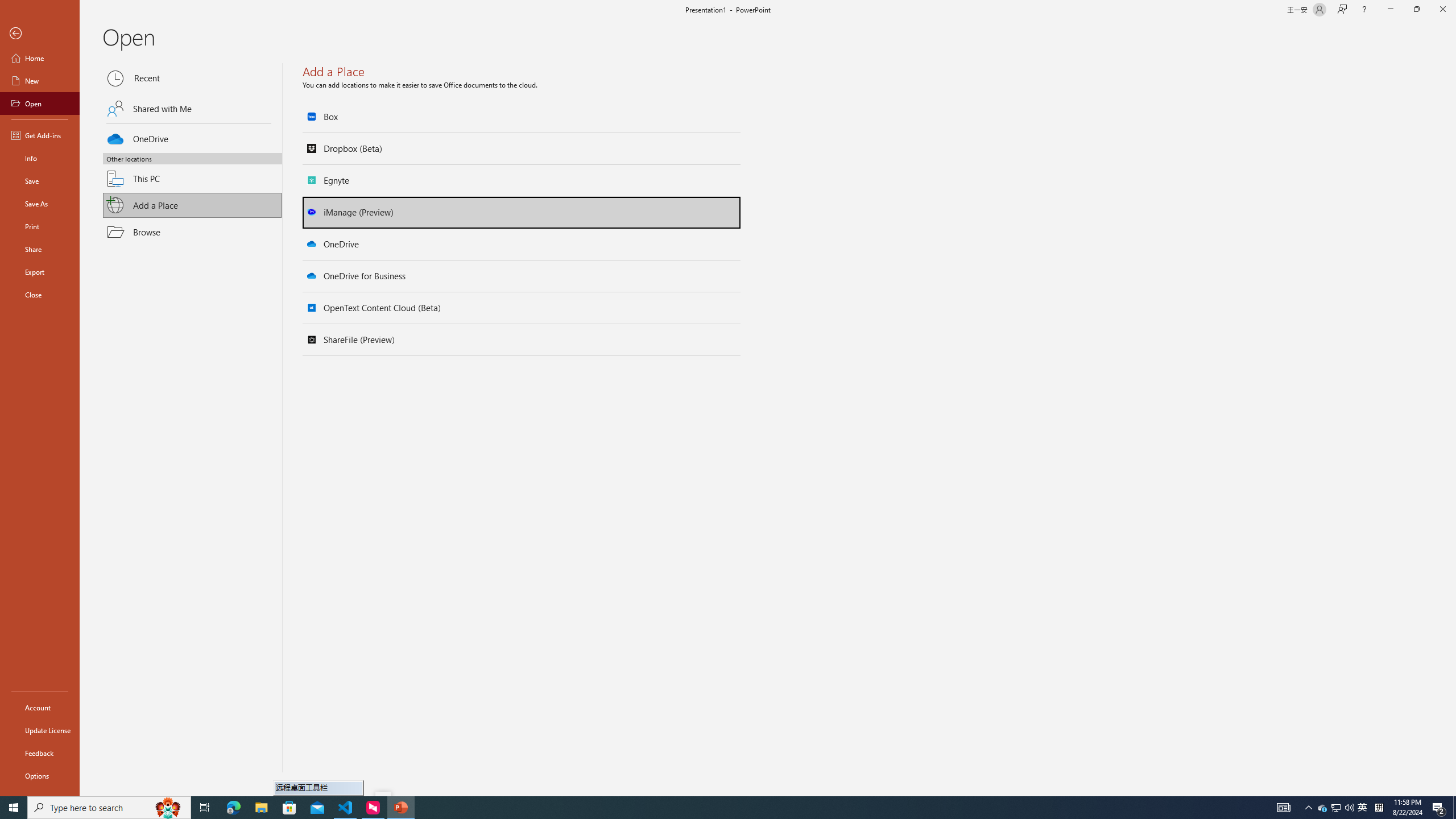 The image size is (1456, 819). What do you see at coordinates (39, 80) in the screenshot?
I see `'New'` at bounding box center [39, 80].